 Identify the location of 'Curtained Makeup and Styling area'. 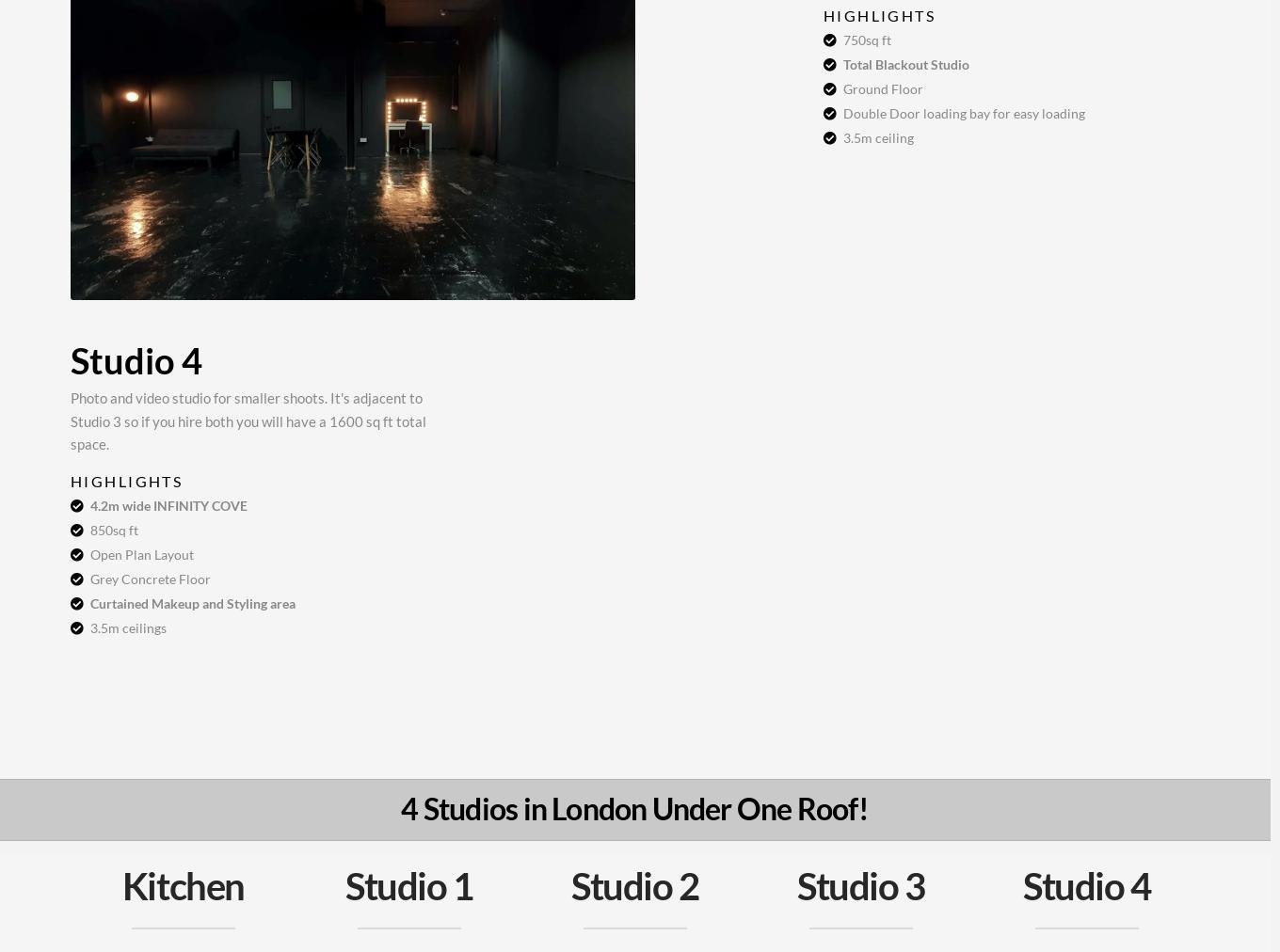
(191, 602).